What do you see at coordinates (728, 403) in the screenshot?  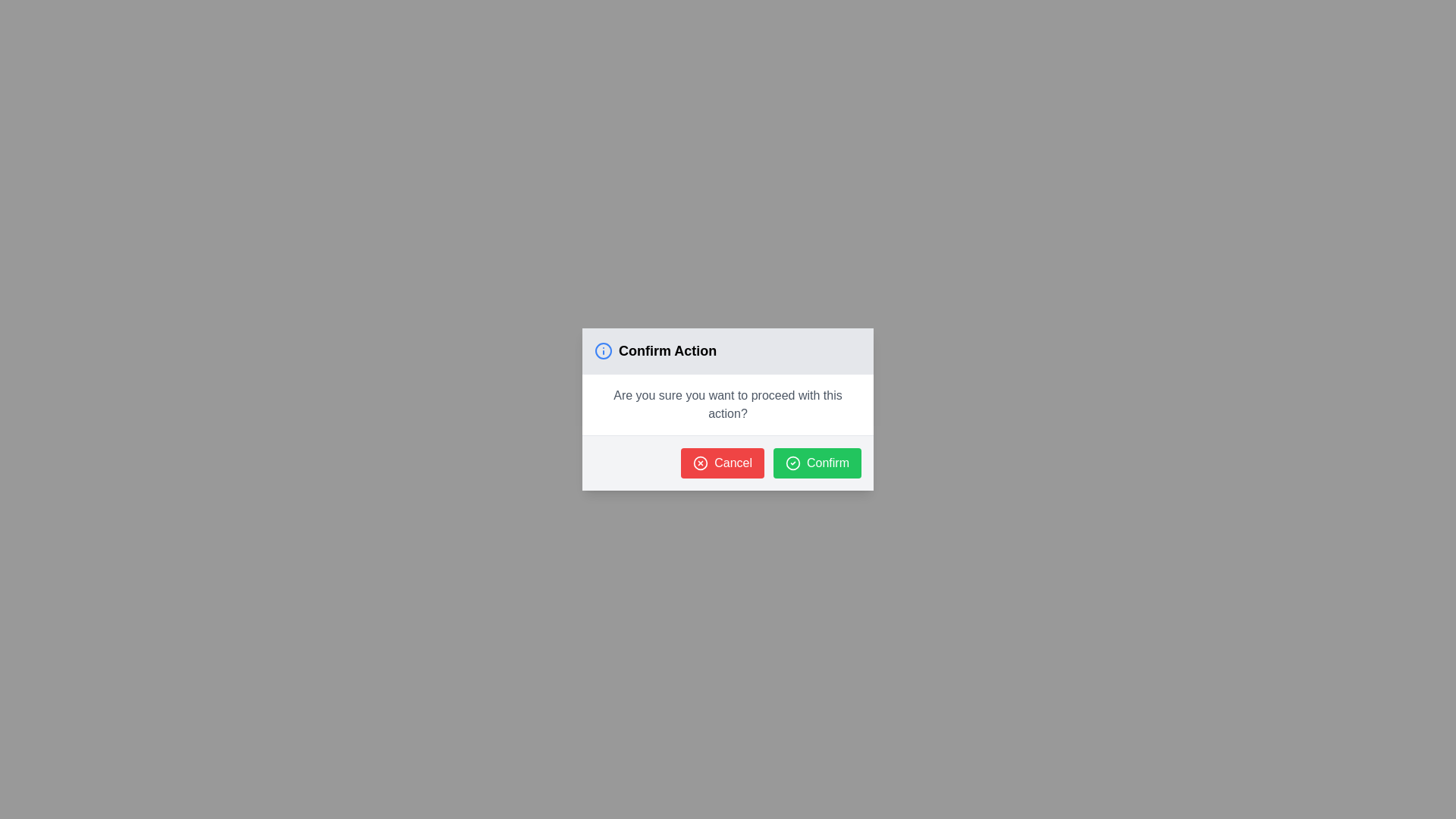 I see `confirmation message text displayed centrally in the modal dialog, located below the header section` at bounding box center [728, 403].